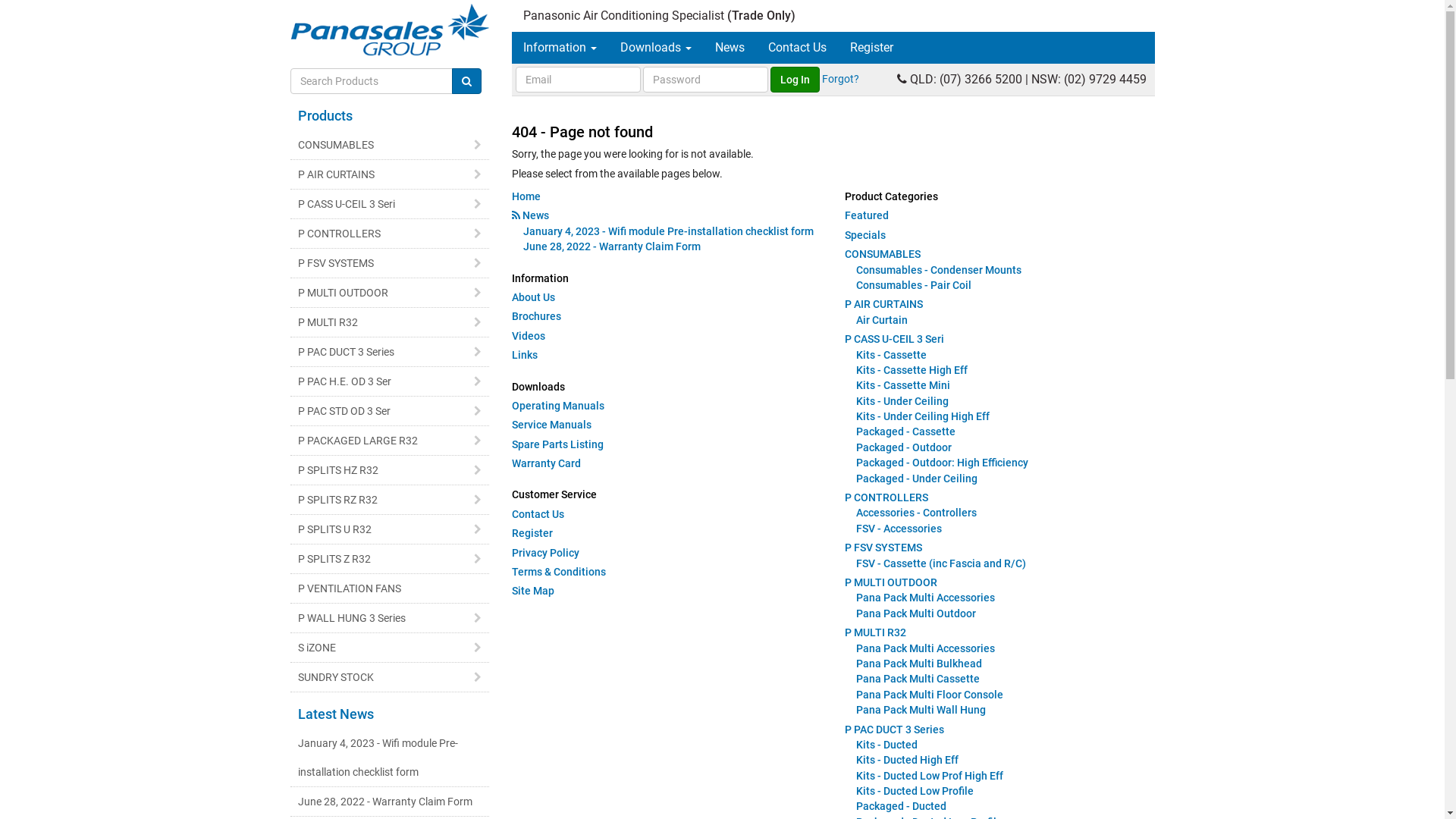 The width and height of the screenshot is (1456, 819). I want to click on 'Kits - Ducted Low Prof High Eff', so click(928, 775).